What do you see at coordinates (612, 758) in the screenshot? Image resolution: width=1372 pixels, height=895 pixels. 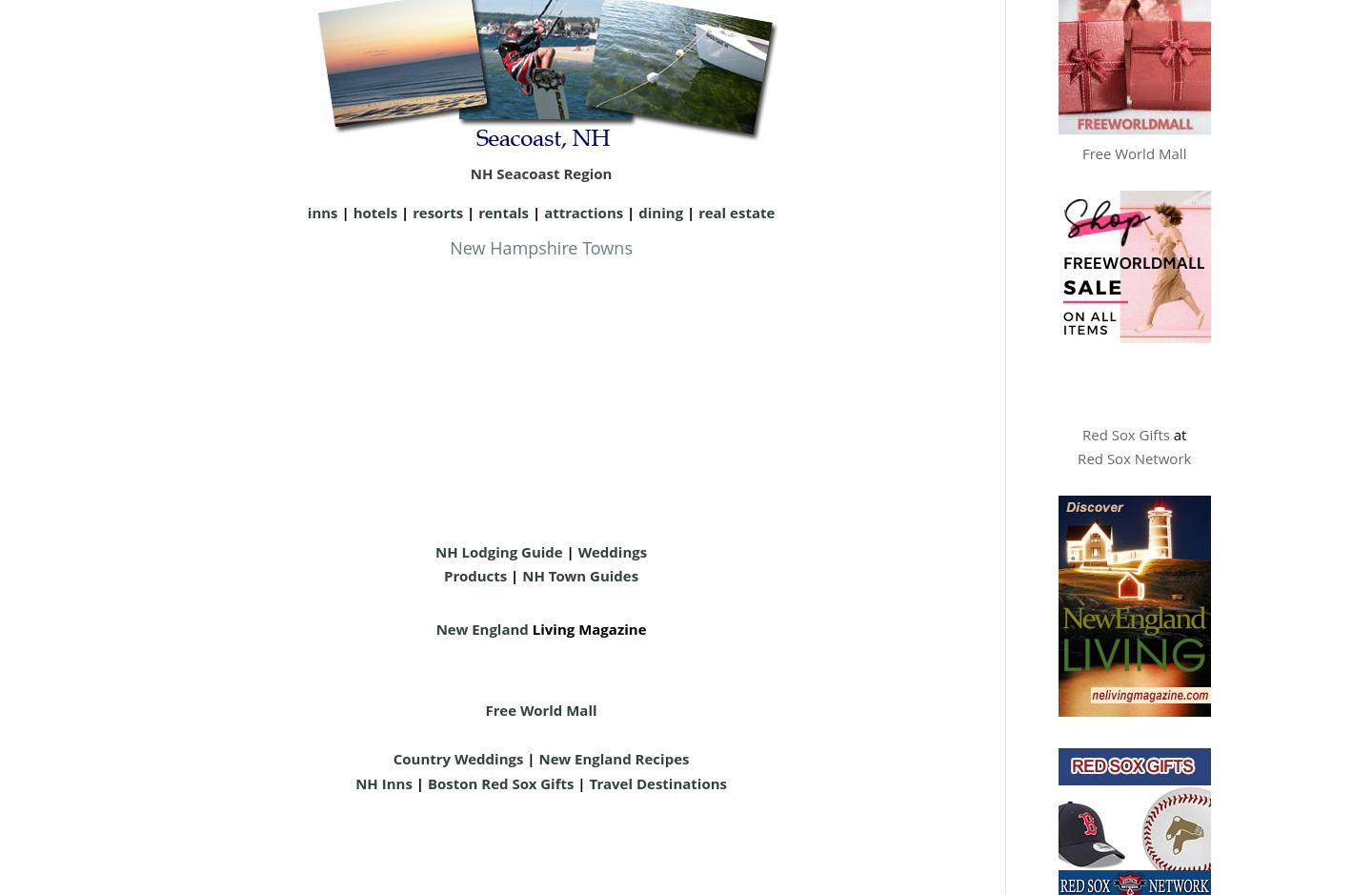 I see `'New England Recipes'` at bounding box center [612, 758].